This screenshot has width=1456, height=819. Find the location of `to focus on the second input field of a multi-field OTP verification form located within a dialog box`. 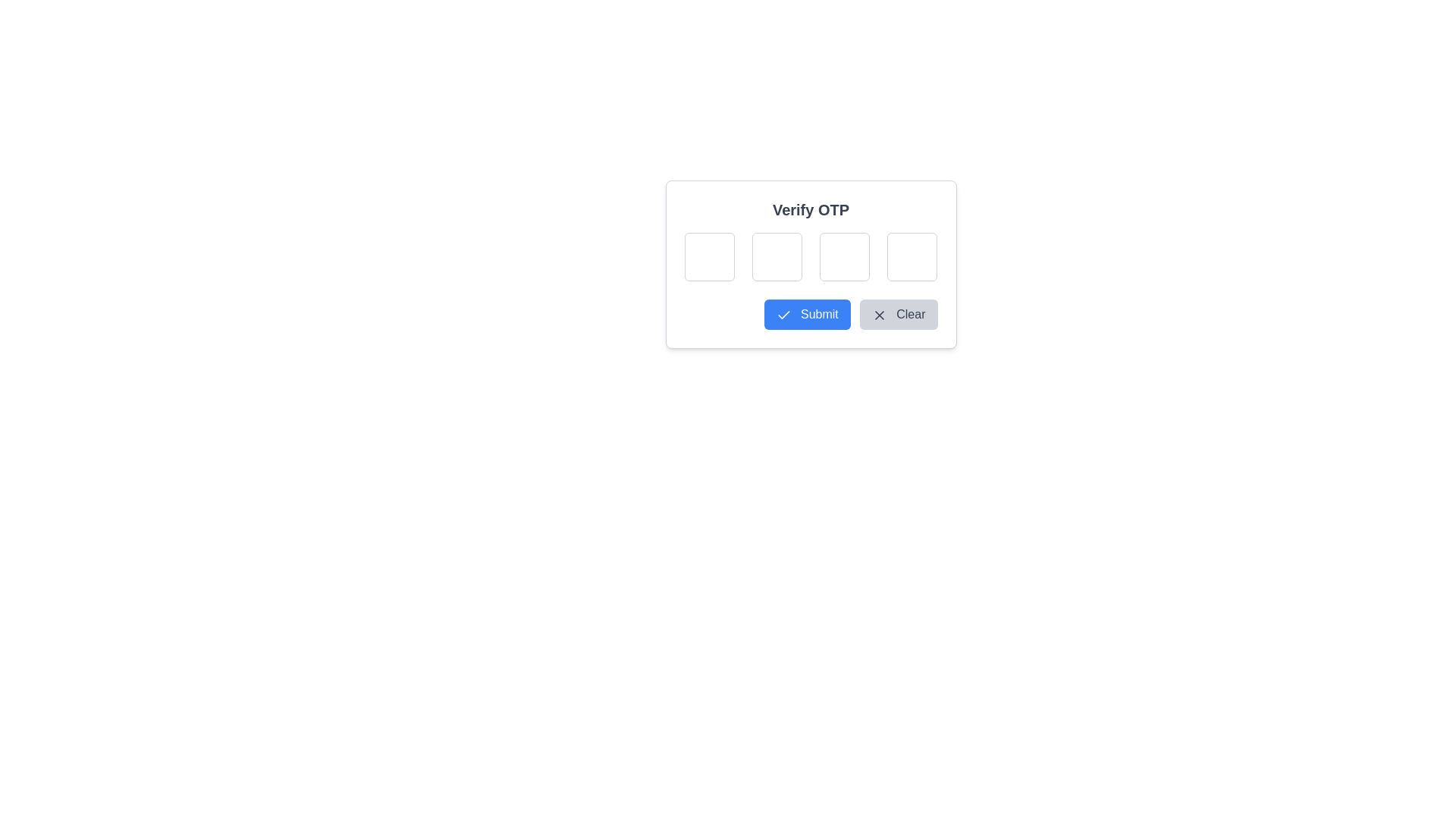

to focus on the second input field of a multi-field OTP verification form located within a dialog box is located at coordinates (776, 256).